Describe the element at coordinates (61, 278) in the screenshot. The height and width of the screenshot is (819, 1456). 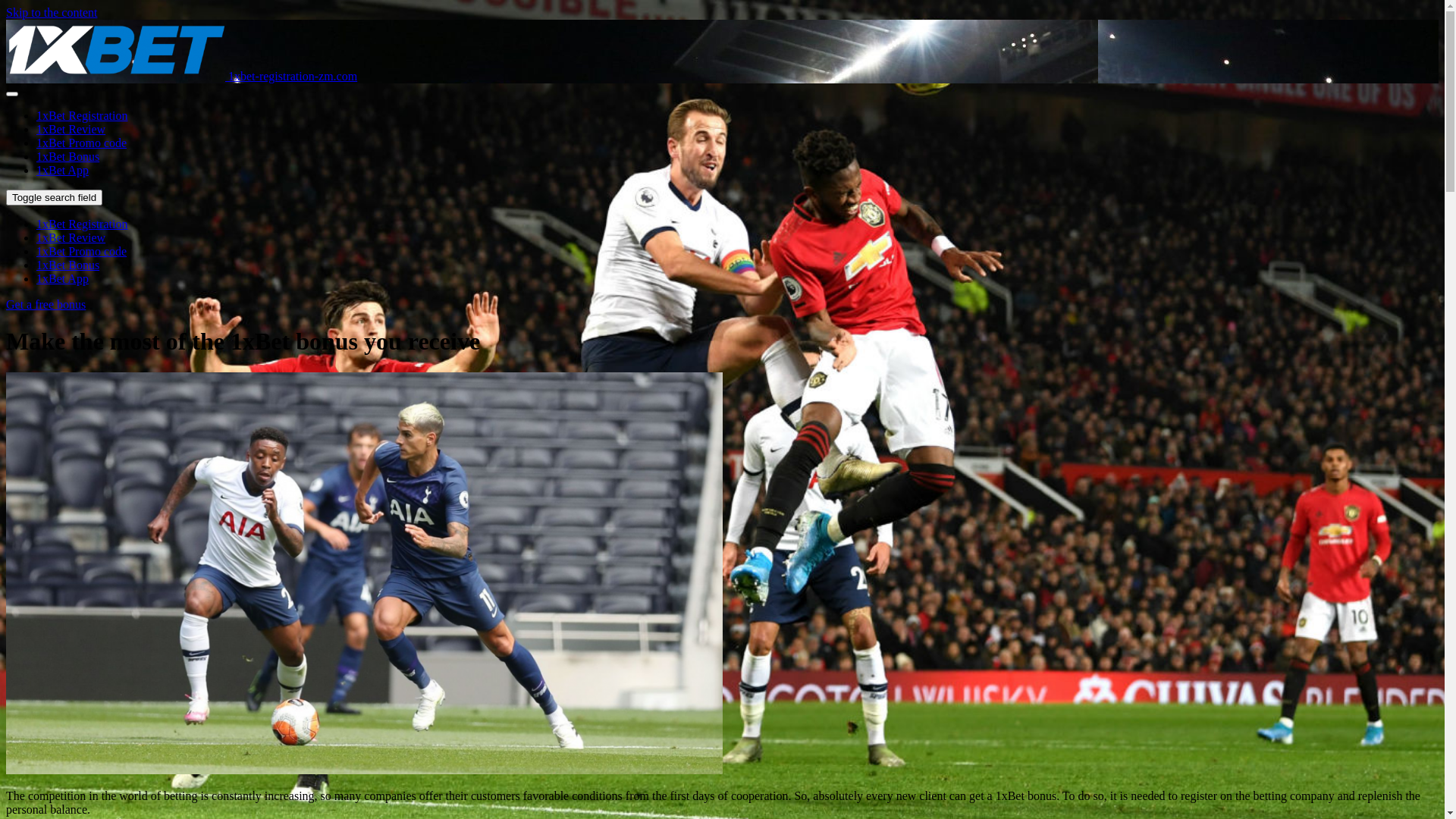
I see `'1xBet App'` at that location.